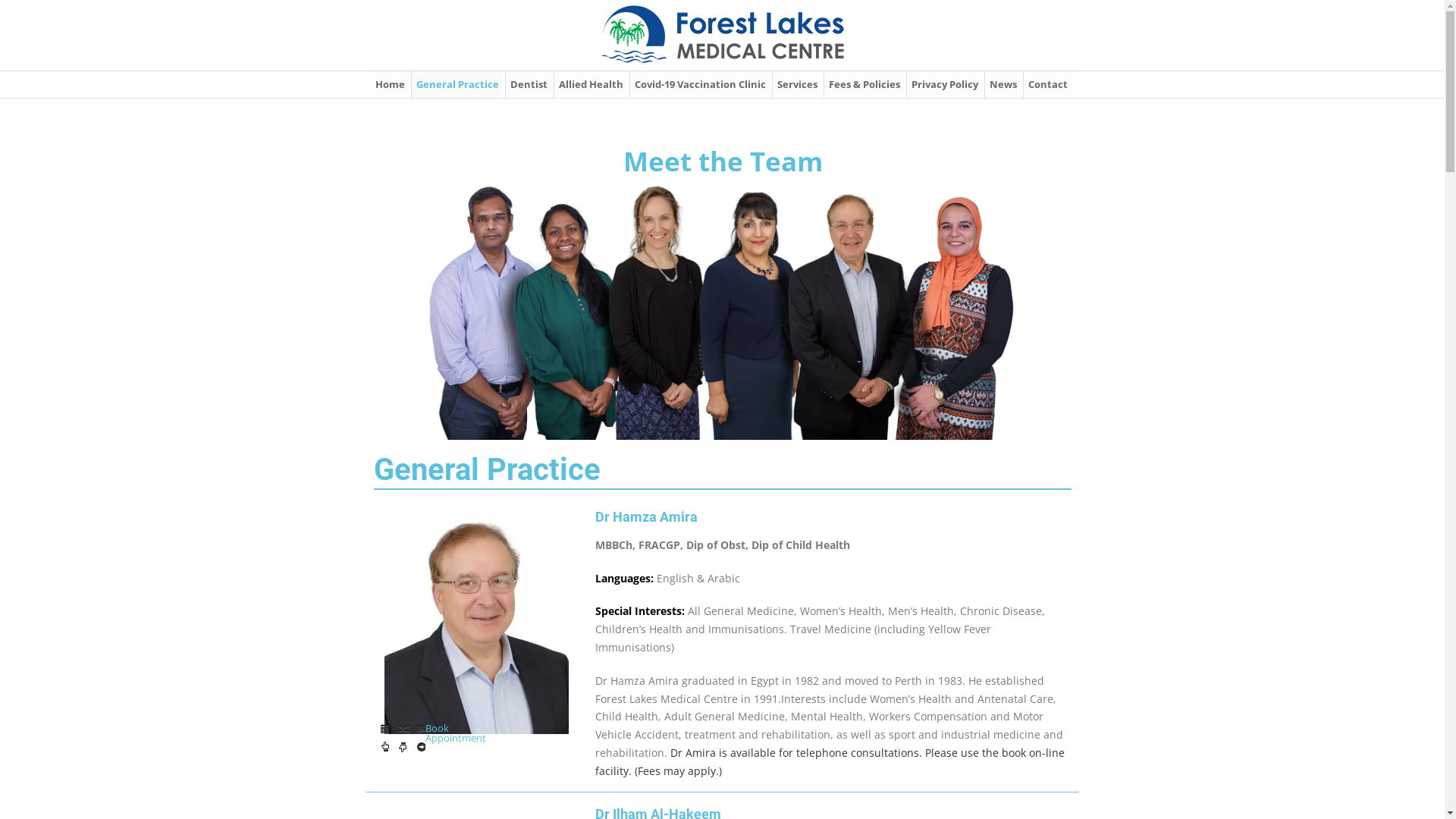 This screenshot has height=819, width=1456. I want to click on 'Book Appointment', so click(401, 748).